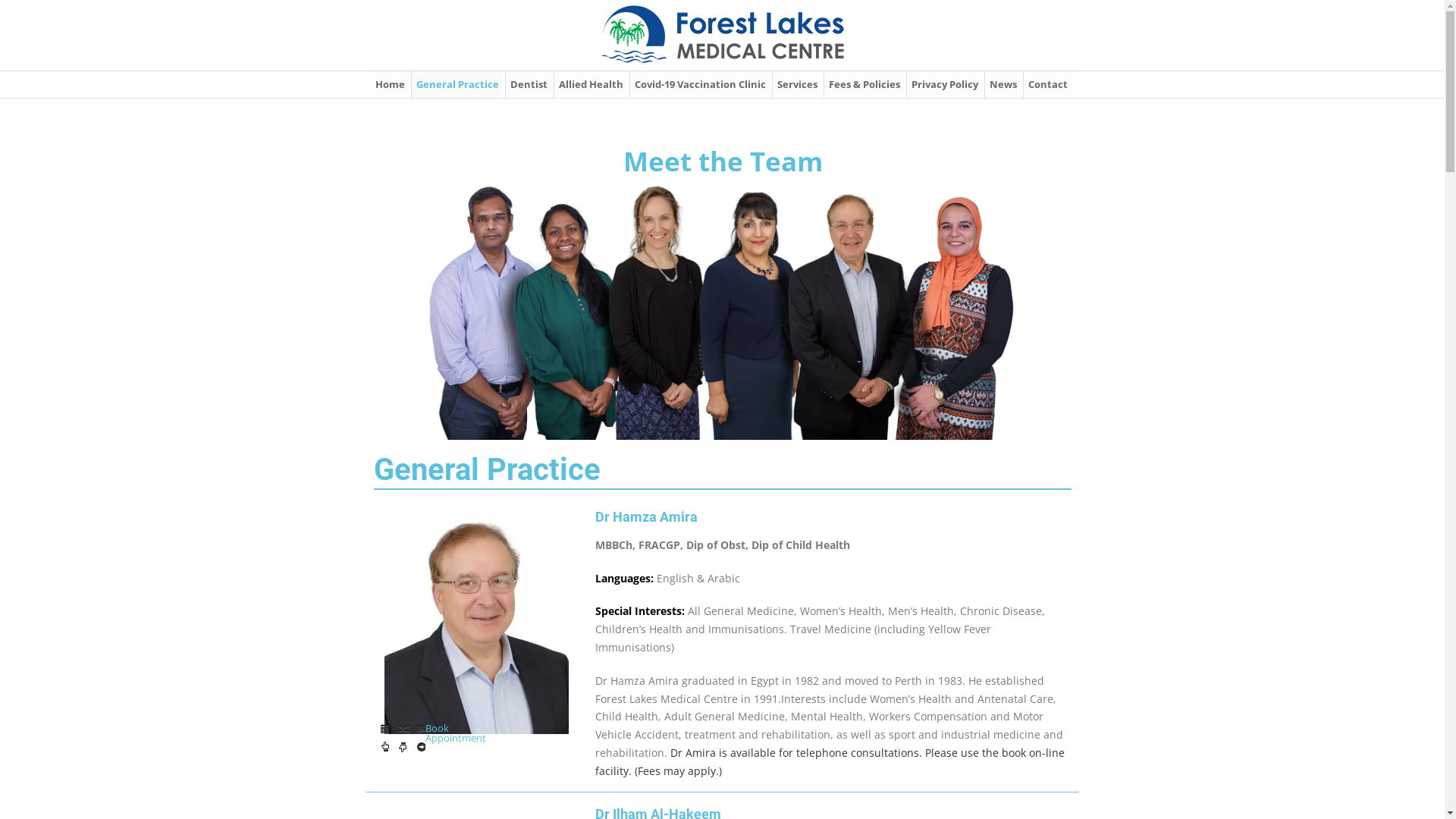 This screenshot has height=819, width=1456. I want to click on 'Book Appointment', so click(401, 748).